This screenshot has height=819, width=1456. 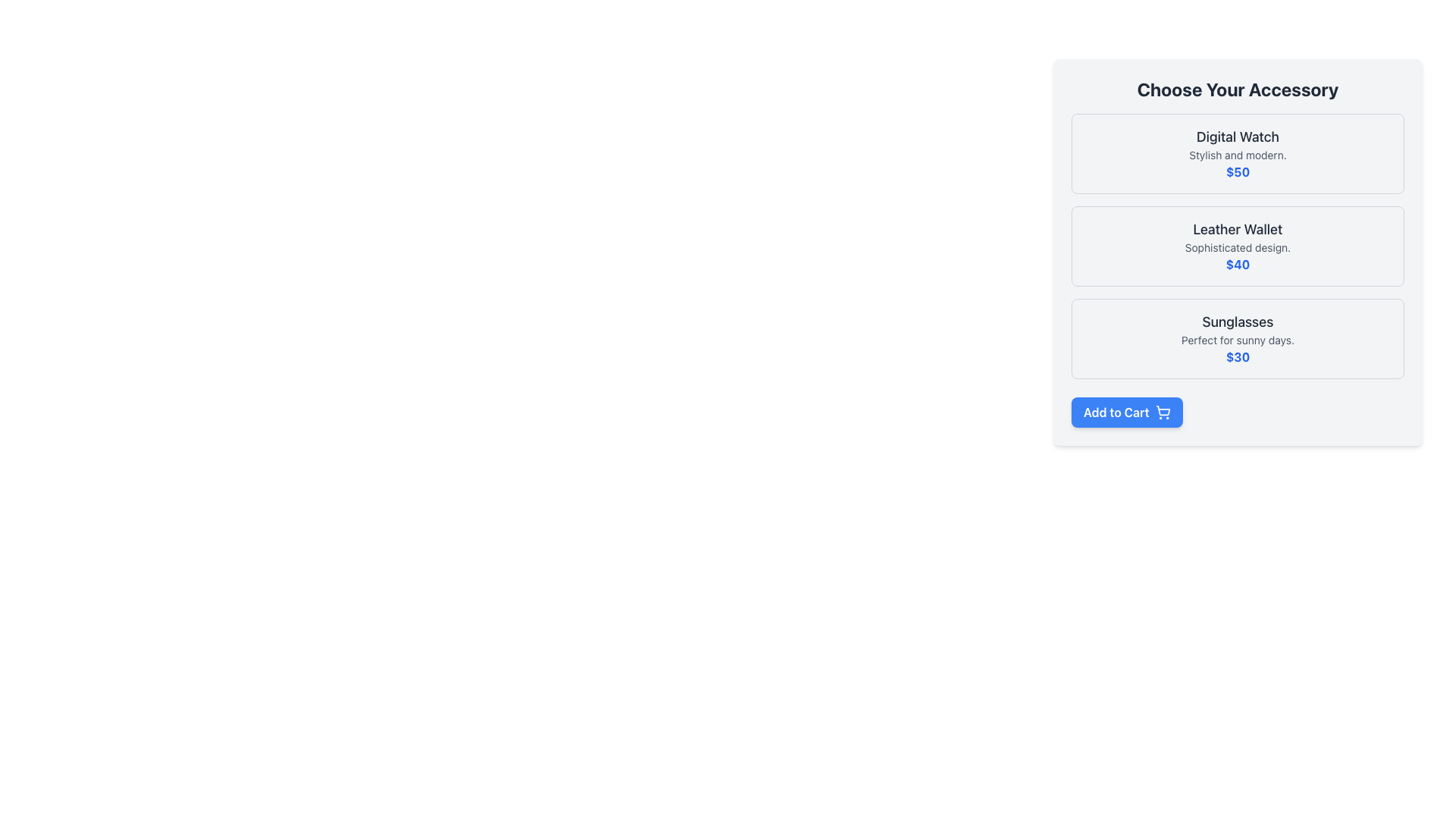 I want to click on the 'Leather Wallet' selectable card, so click(x=1238, y=245).